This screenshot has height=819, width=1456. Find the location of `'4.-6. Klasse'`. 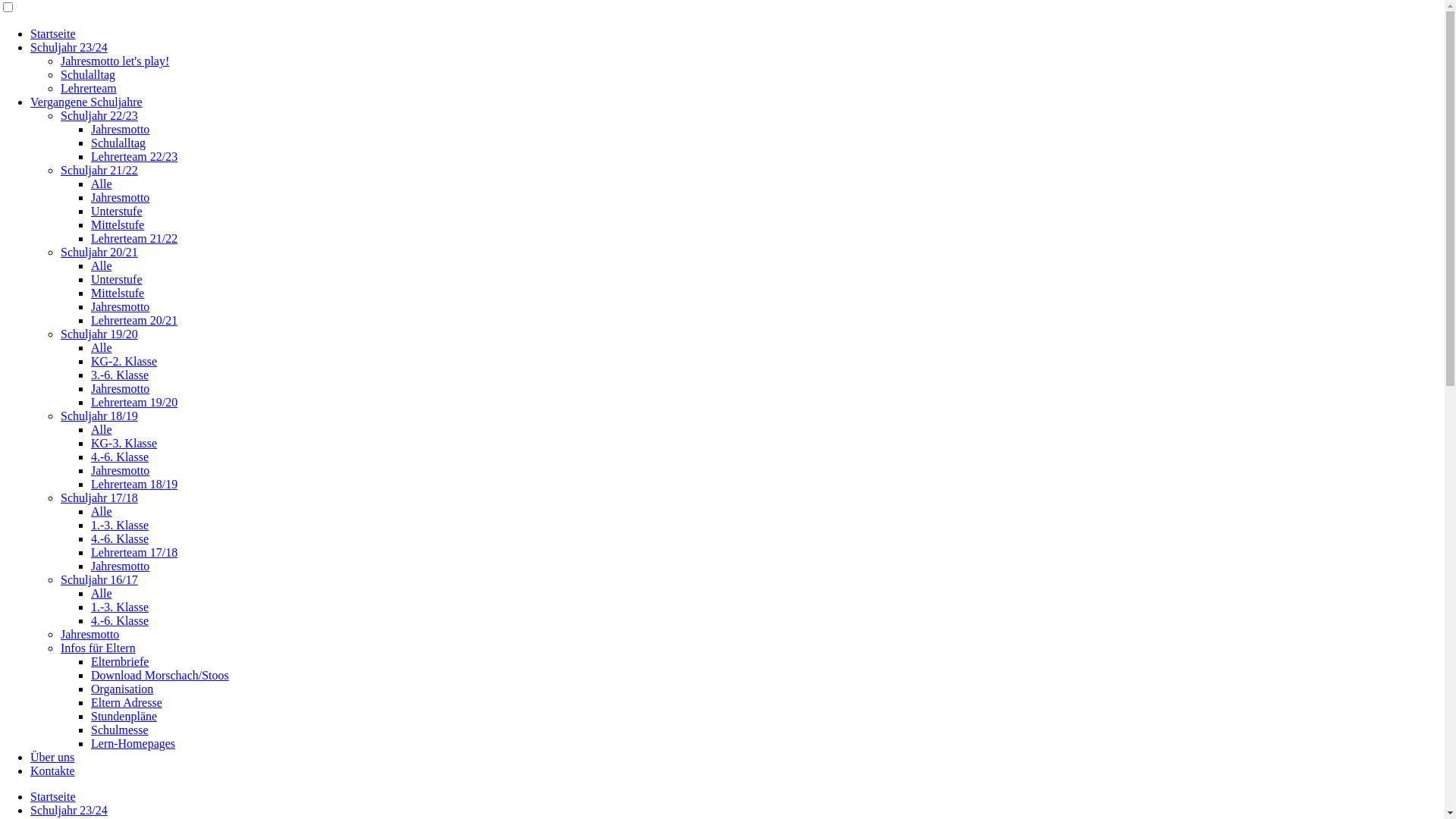

'4.-6. Klasse' is located at coordinates (90, 538).